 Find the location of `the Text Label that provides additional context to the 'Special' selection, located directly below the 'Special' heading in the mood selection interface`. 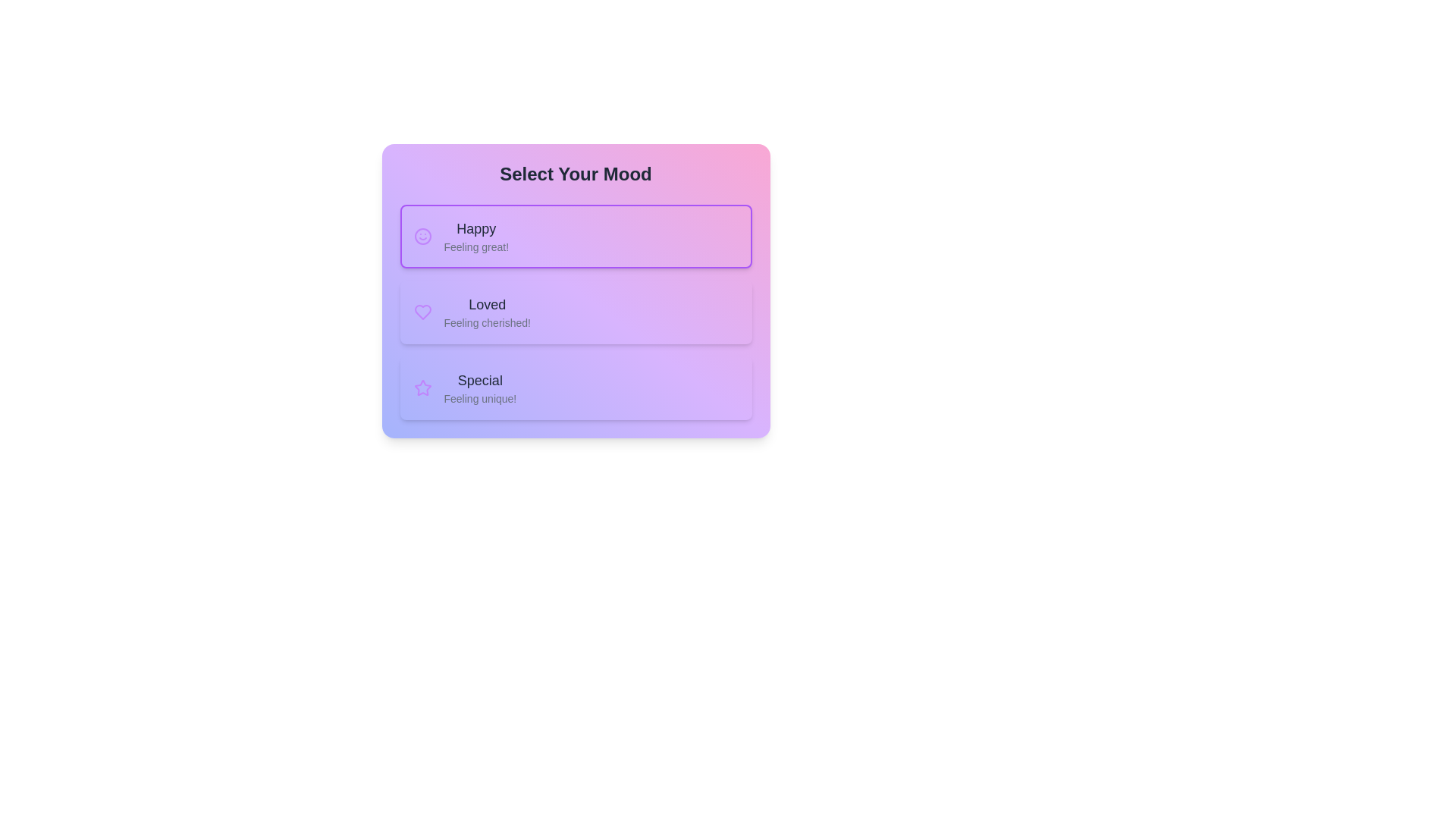

the Text Label that provides additional context to the 'Special' selection, located directly below the 'Special' heading in the mood selection interface is located at coordinates (479, 397).